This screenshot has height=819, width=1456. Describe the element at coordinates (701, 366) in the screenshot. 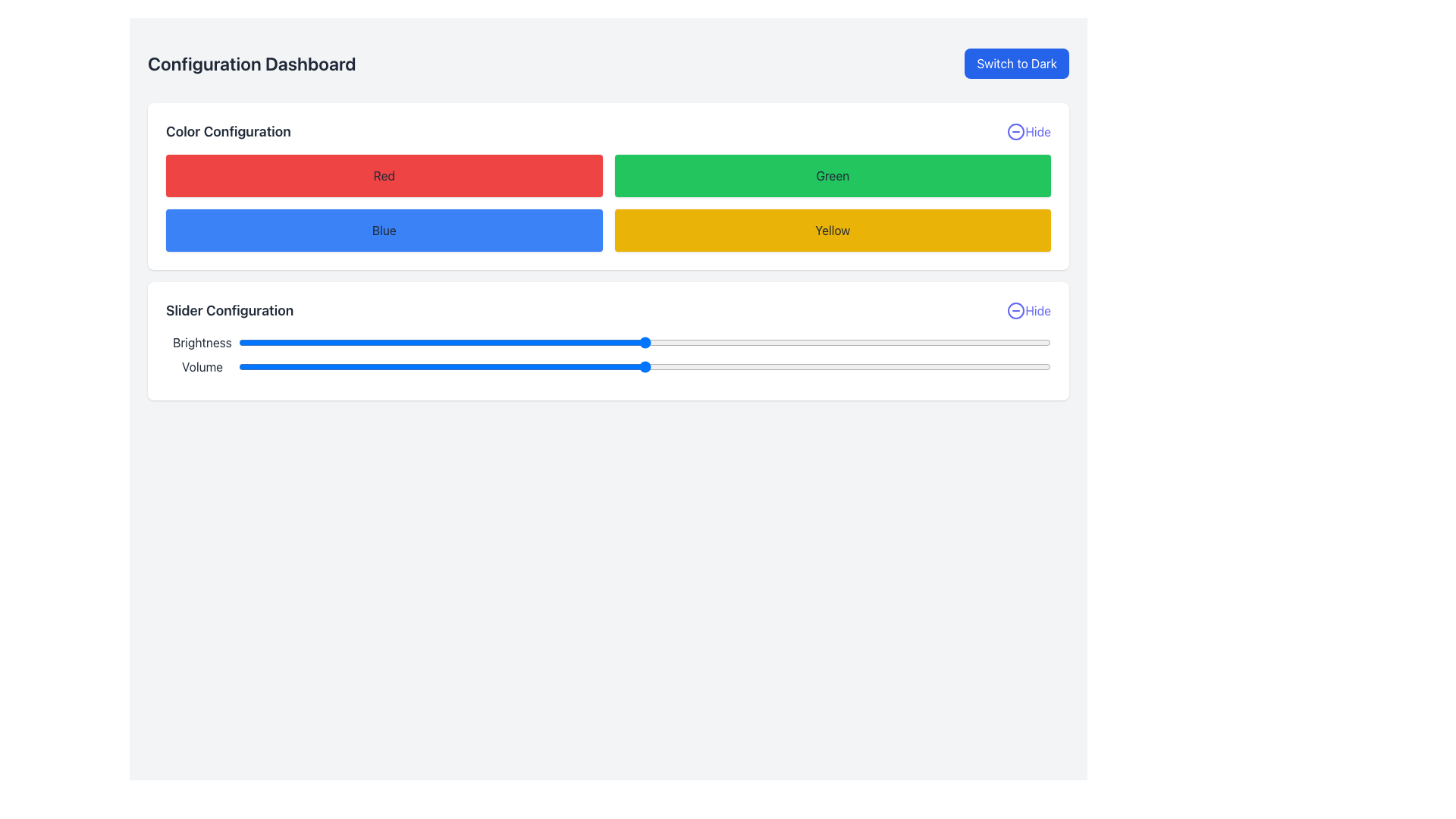

I see `the slider value` at that location.